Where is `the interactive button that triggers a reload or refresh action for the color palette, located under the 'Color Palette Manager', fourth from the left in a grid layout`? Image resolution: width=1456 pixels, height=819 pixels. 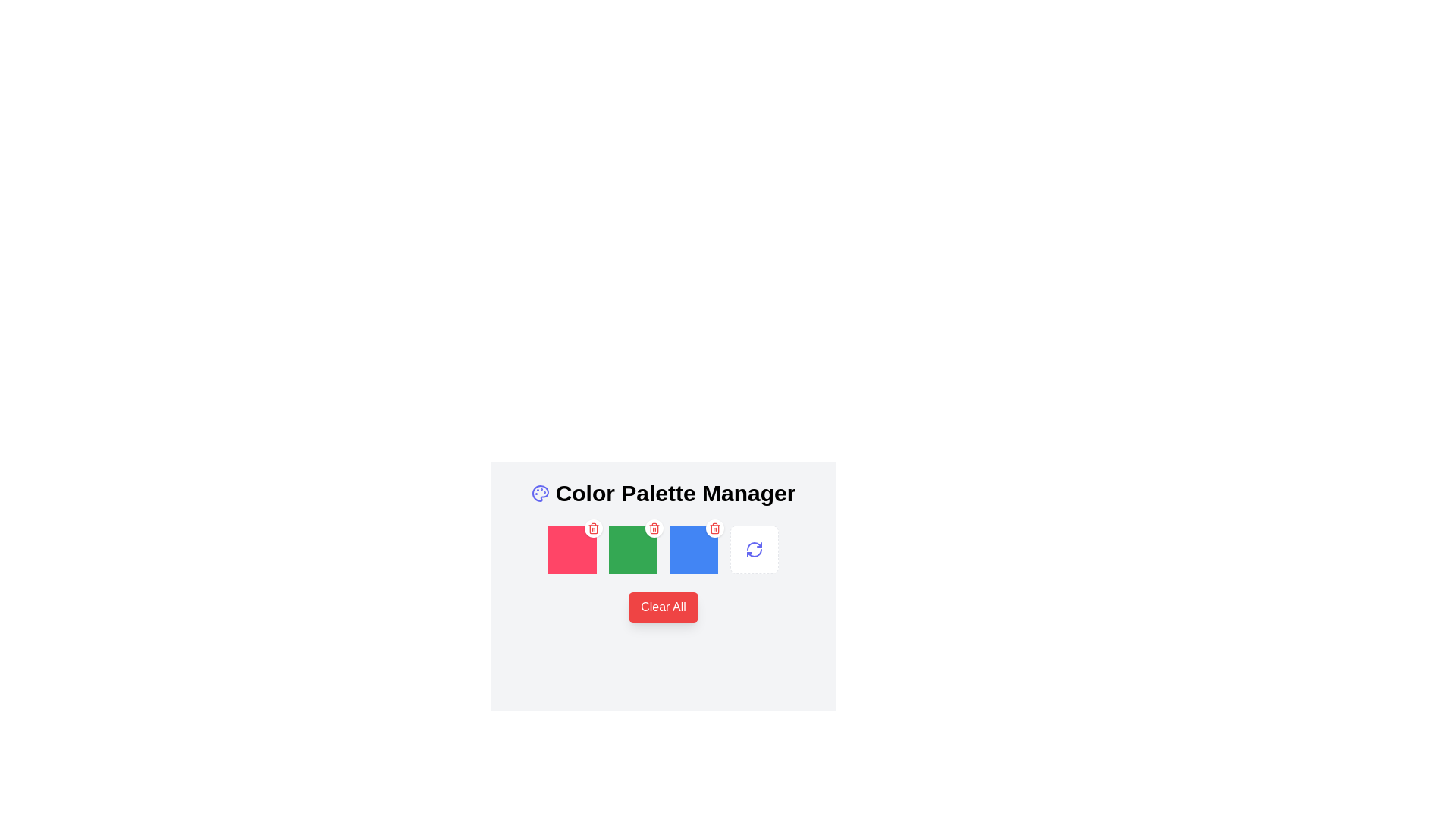 the interactive button that triggers a reload or refresh action for the color palette, located under the 'Color Palette Manager', fourth from the left in a grid layout is located at coordinates (754, 550).